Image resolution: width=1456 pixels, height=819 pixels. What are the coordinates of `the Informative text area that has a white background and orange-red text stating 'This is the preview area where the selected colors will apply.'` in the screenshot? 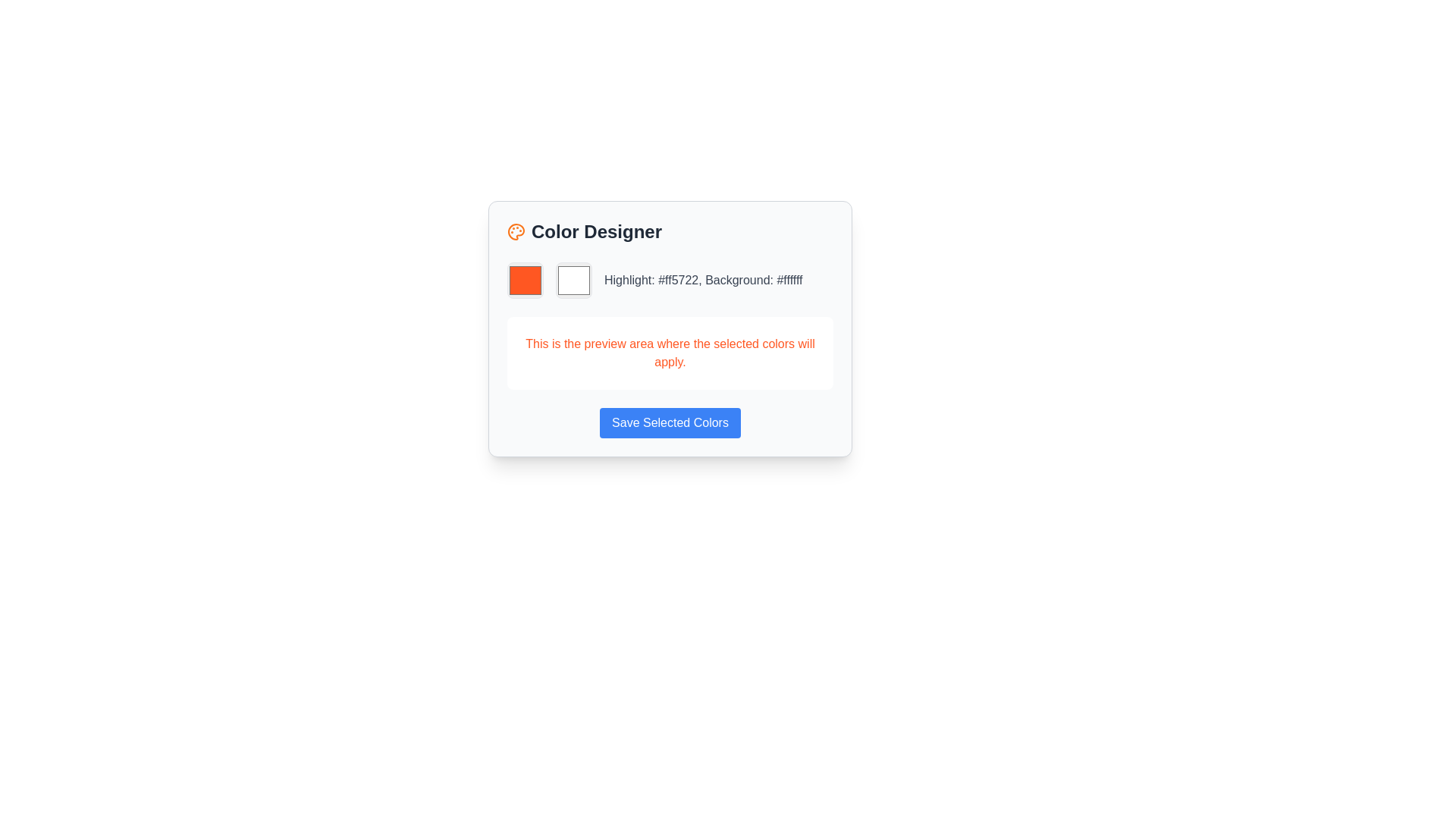 It's located at (669, 353).